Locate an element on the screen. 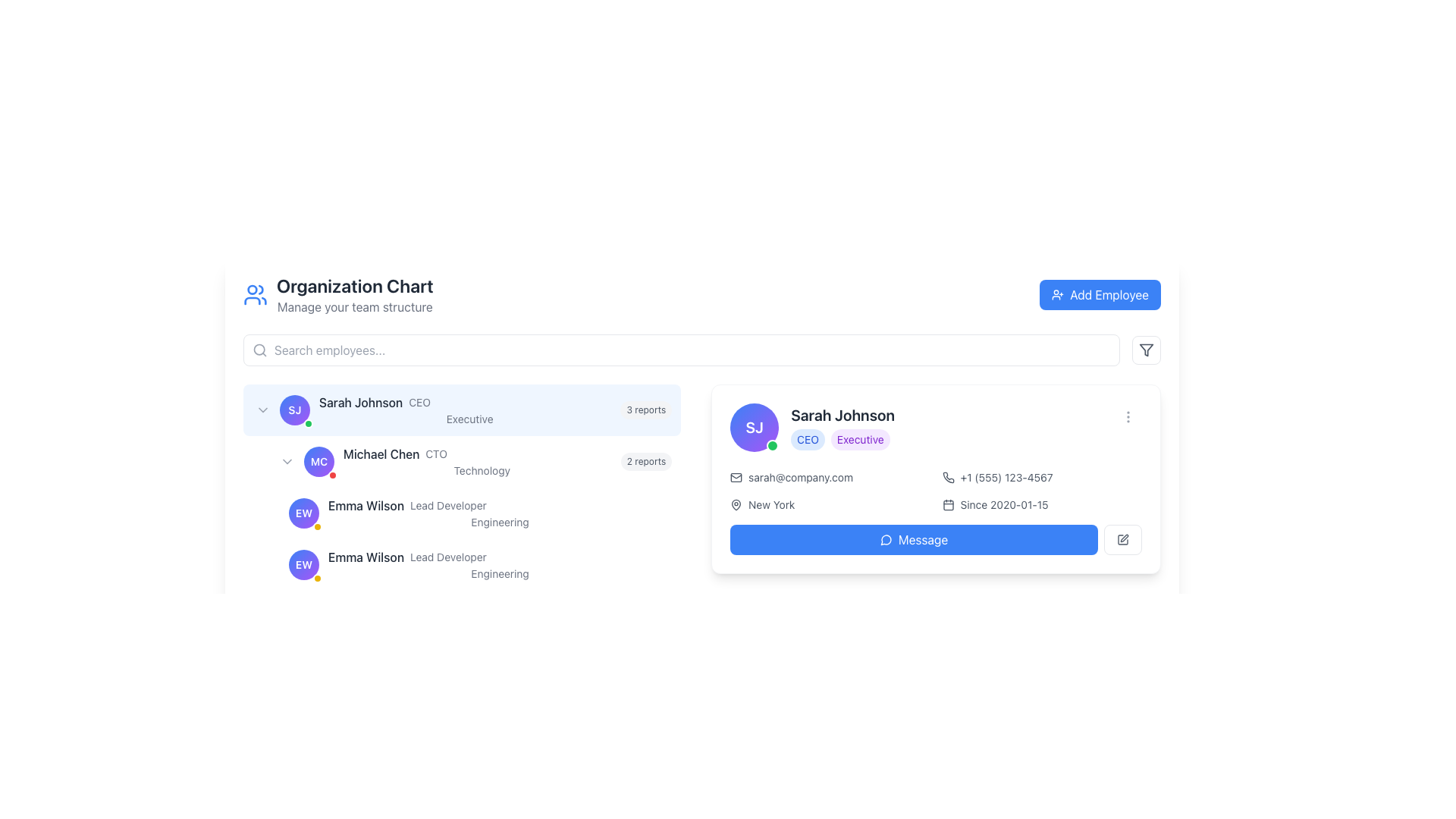 This screenshot has height=819, width=1456. the static text element displaying 'New York' located beneath the individual's name and contact information in the profile card layout is located at coordinates (771, 505).